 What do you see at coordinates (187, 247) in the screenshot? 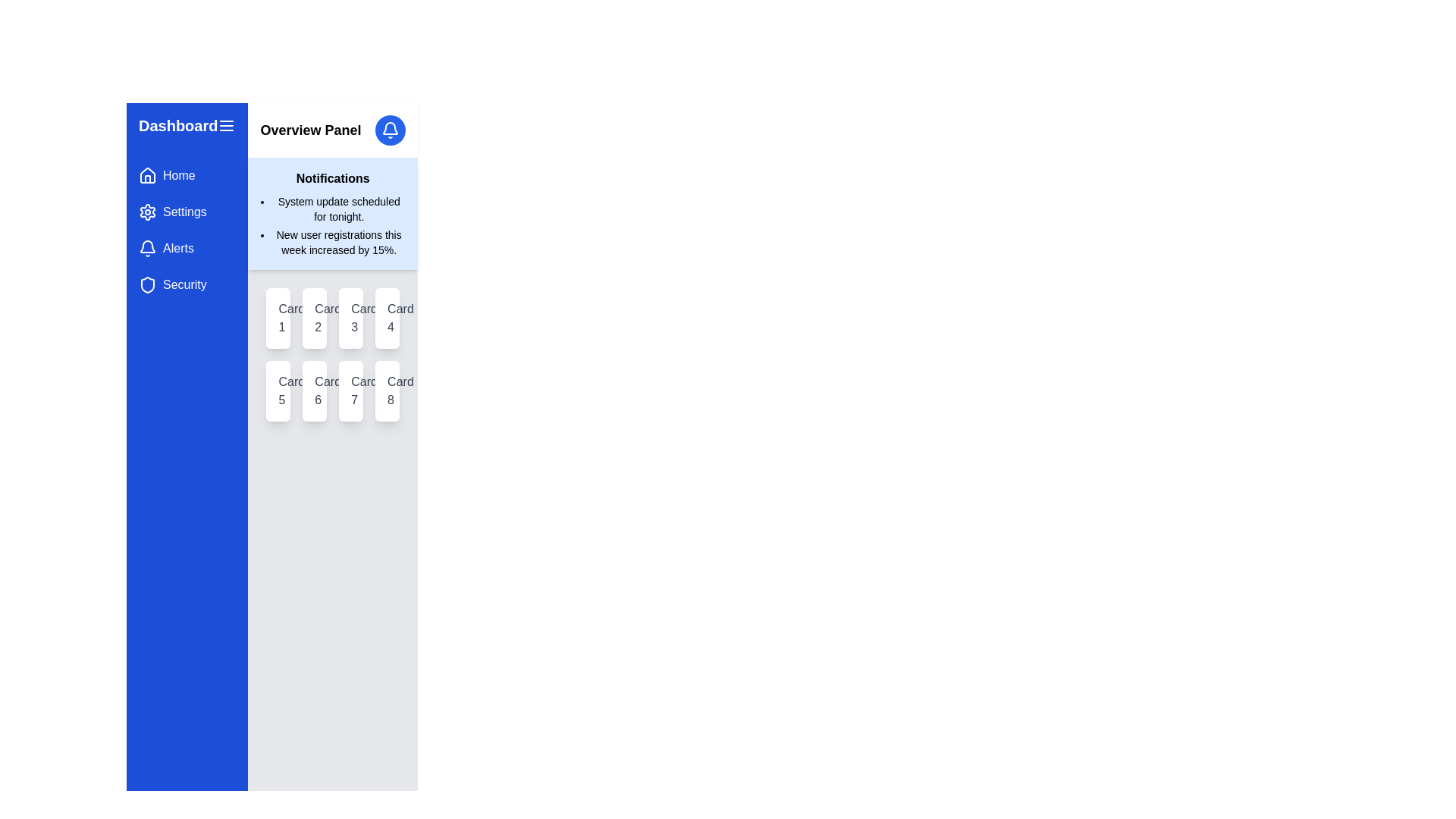
I see `the 'Alerts' navigation menu item, which is the third item in the left-side vertical navigation menu, featuring a bell icon and blue background` at bounding box center [187, 247].